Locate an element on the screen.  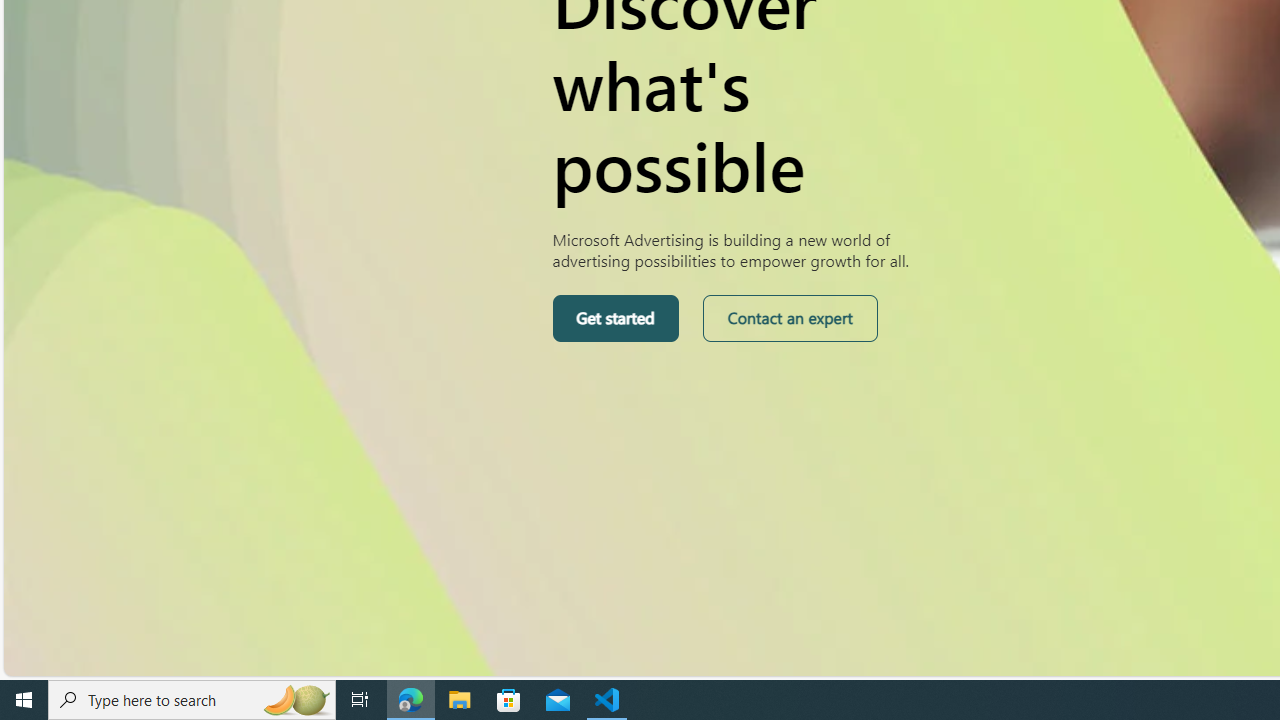
'Contact an expert' is located at coordinates (788, 317).